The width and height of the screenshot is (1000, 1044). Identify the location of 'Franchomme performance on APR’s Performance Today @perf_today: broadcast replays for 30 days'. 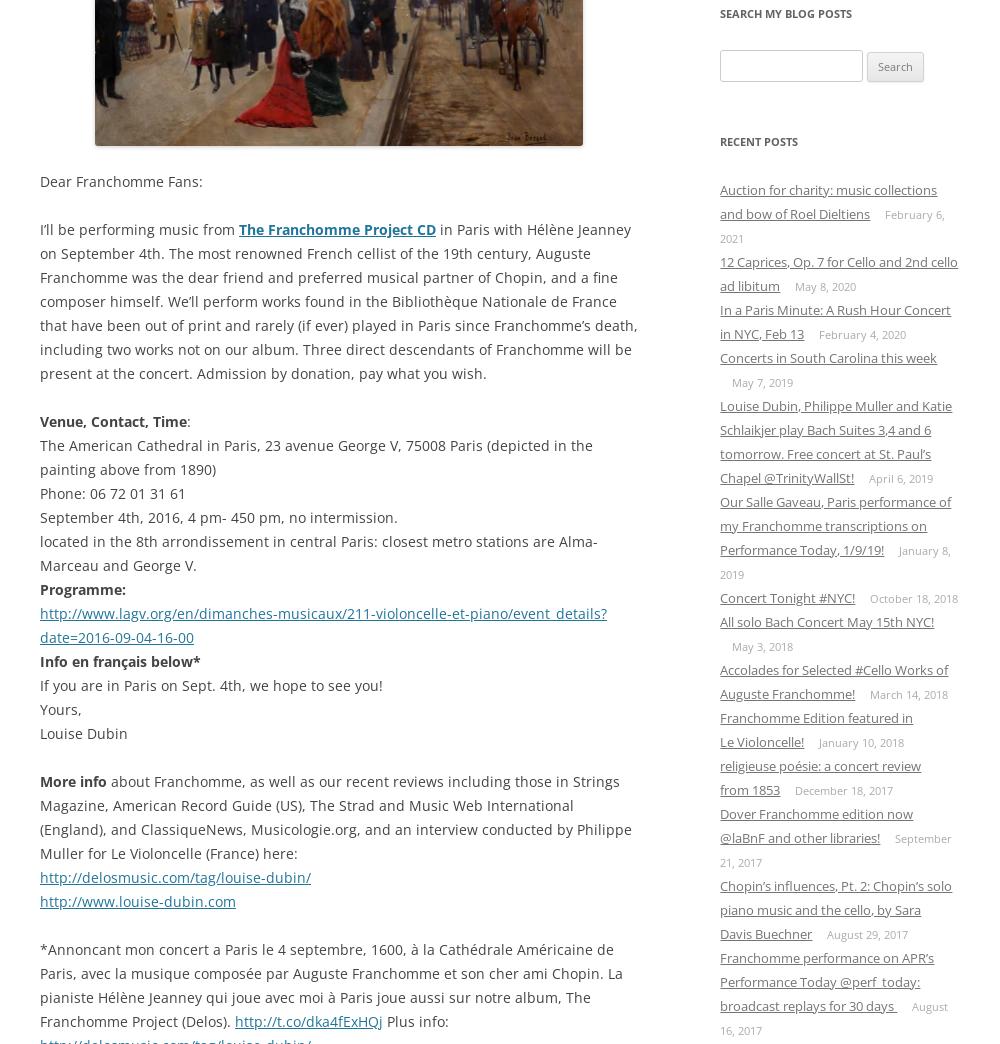
(826, 981).